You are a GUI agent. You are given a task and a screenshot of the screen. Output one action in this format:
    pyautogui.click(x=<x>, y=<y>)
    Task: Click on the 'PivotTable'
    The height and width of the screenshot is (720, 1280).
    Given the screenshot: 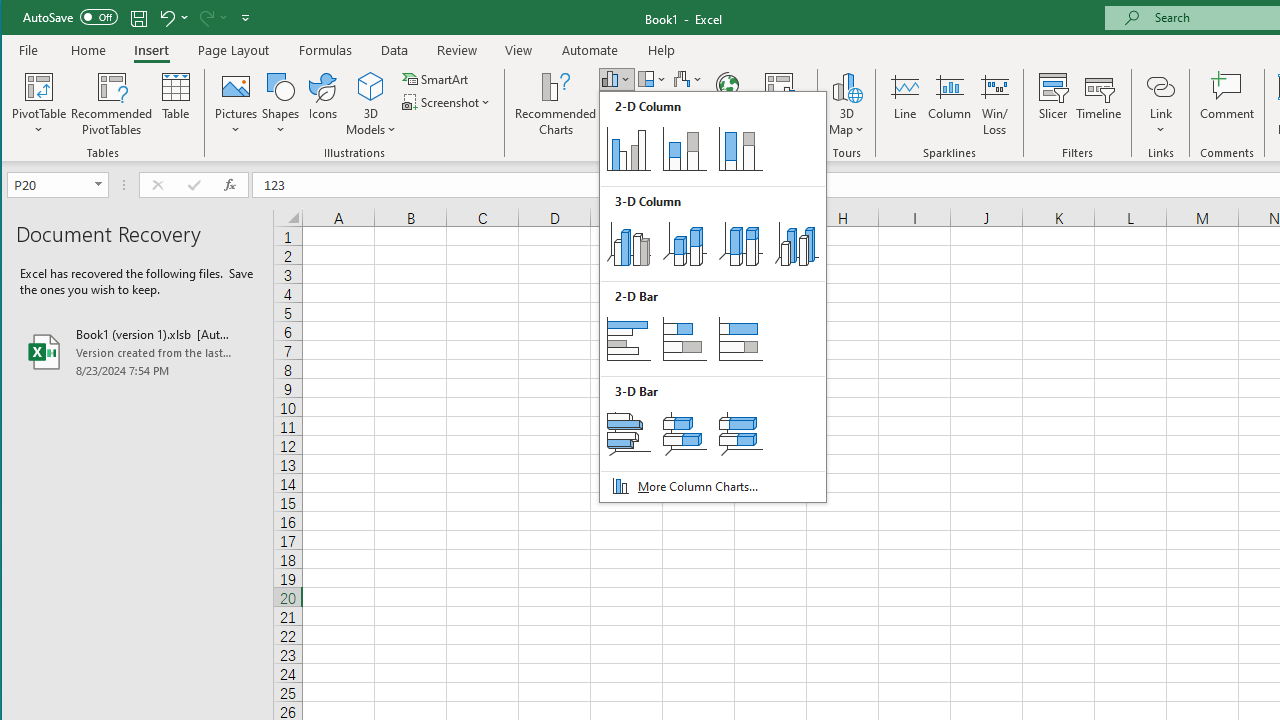 What is the action you would take?
    pyautogui.click(x=39, y=104)
    